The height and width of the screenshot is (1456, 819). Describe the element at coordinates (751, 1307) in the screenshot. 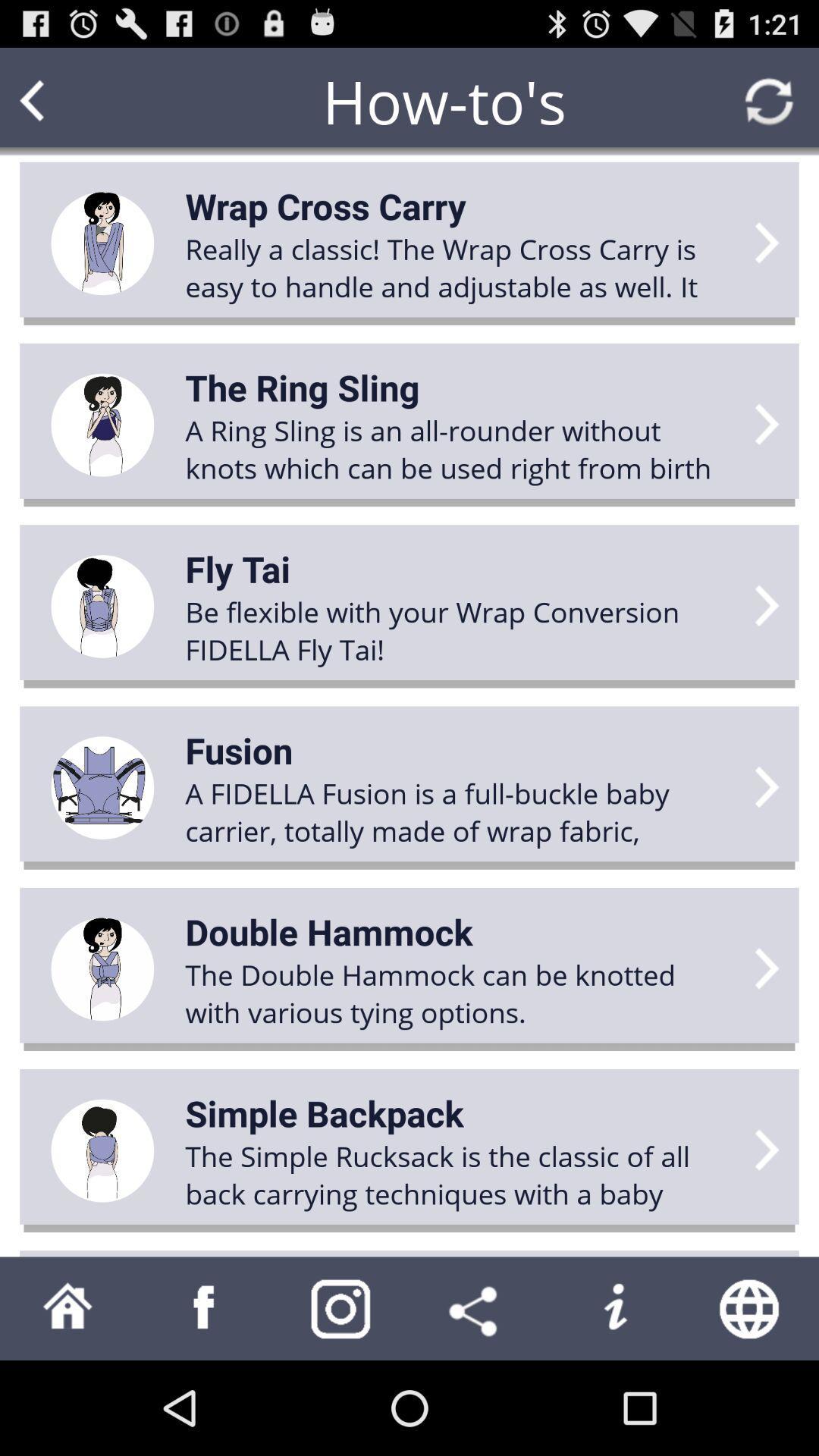

I see `the app below the simple rucksack icon` at that location.